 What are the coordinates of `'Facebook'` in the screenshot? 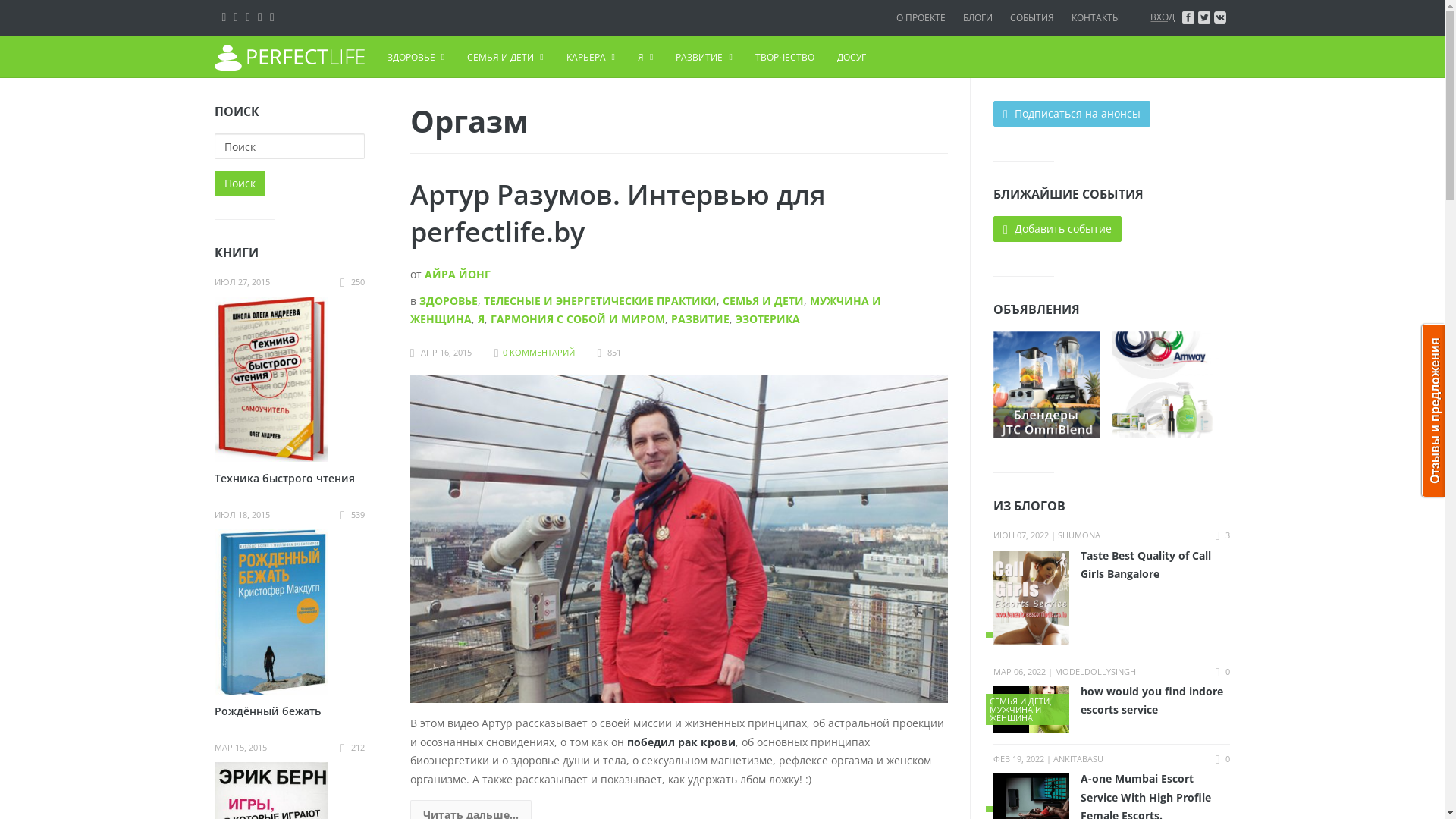 It's located at (235, 16).